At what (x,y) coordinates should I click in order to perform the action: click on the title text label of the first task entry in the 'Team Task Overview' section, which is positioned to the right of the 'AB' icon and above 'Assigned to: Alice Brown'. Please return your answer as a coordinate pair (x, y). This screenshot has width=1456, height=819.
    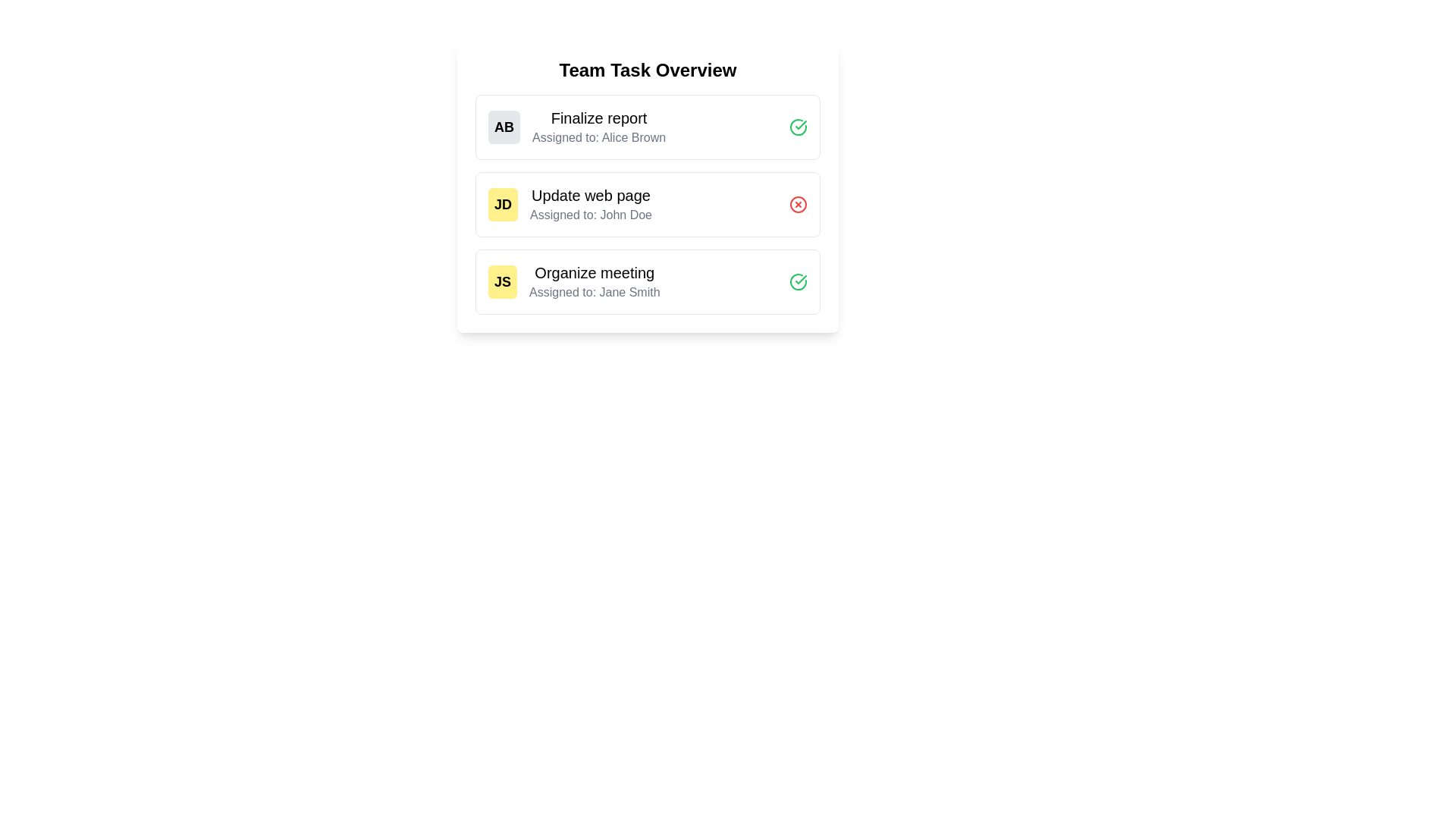
    Looking at the image, I should click on (598, 117).